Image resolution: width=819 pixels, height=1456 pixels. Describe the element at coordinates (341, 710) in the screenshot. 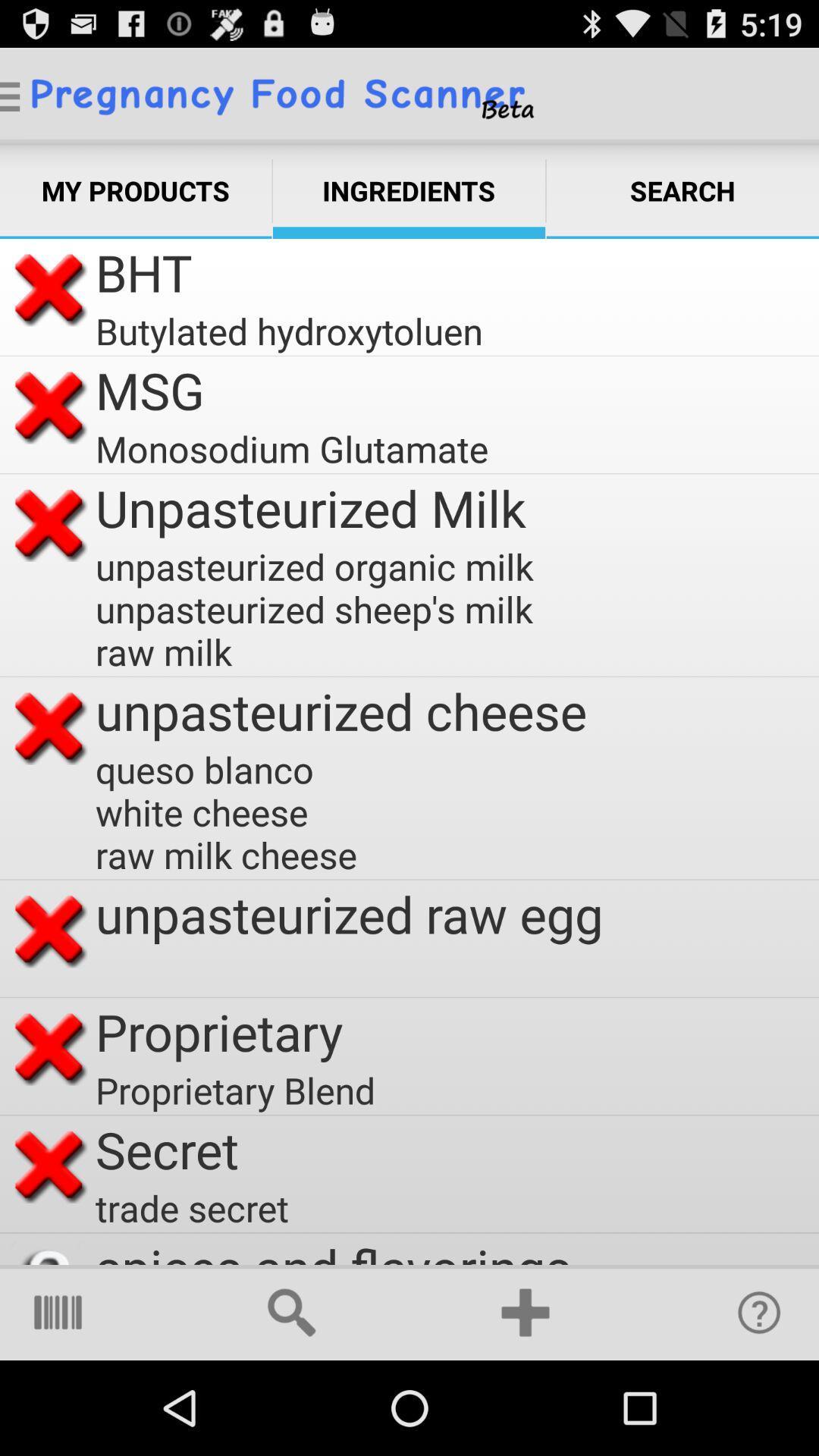

I see `the item above the queso blanco white item` at that location.